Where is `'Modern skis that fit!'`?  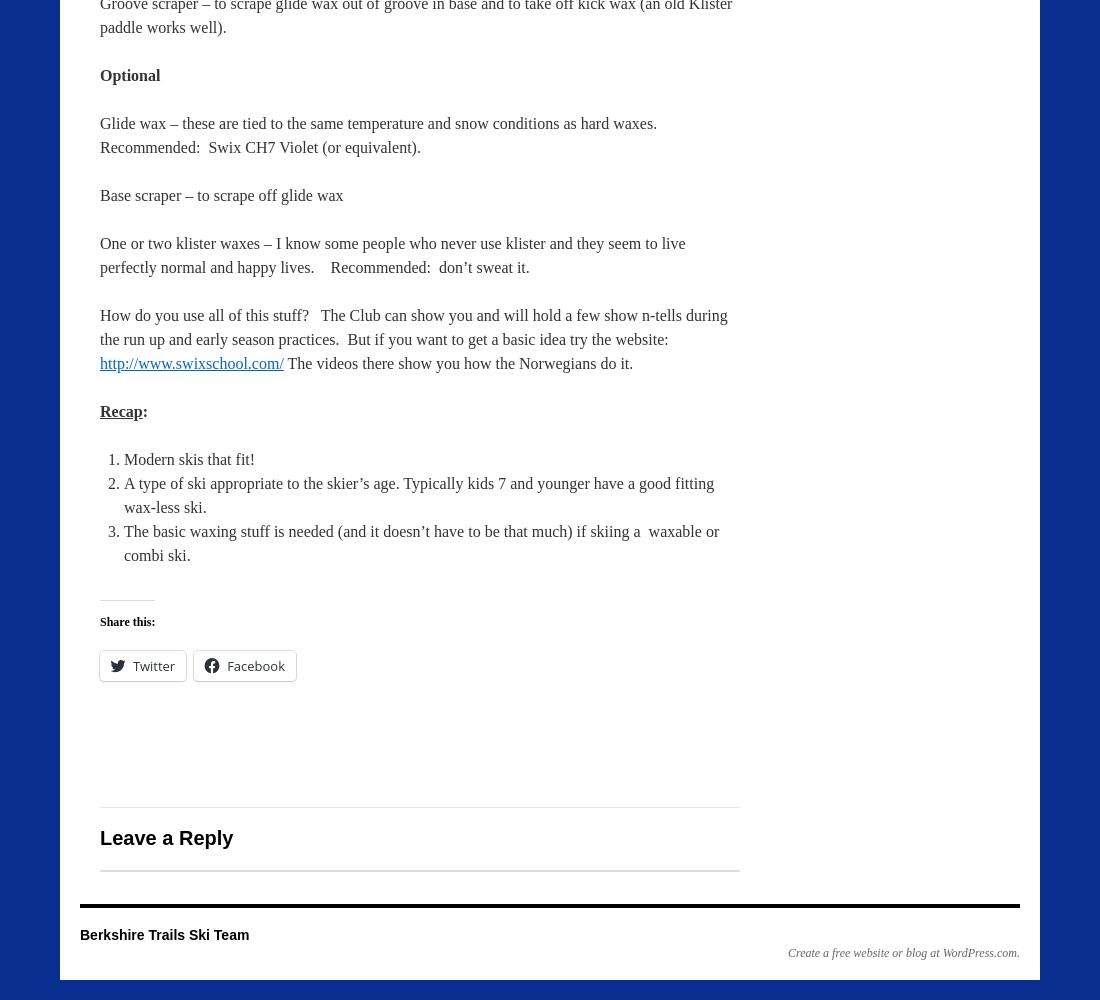 'Modern skis that fit!' is located at coordinates (188, 458).